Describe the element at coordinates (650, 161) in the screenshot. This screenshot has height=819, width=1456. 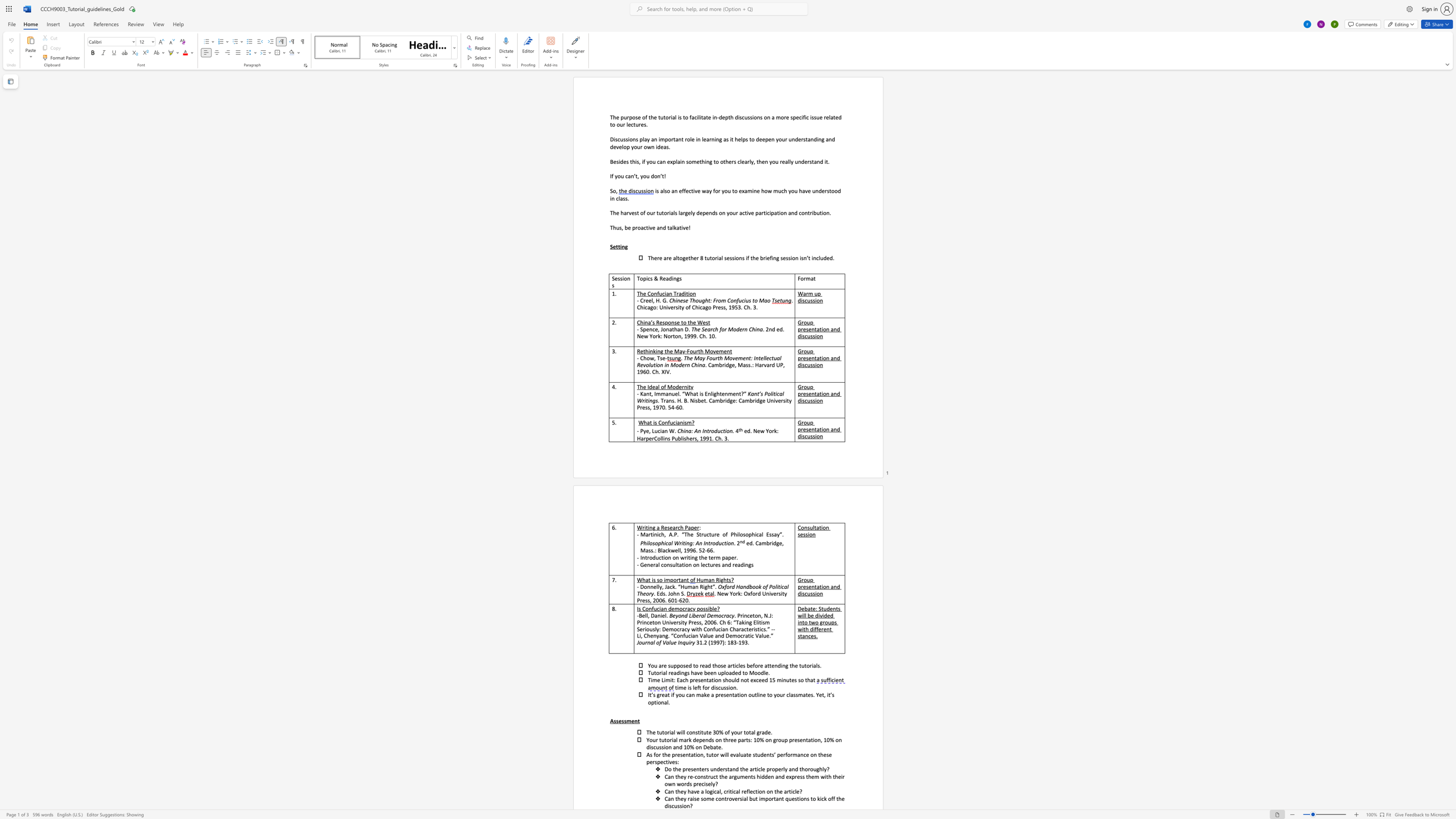
I see `the 1th character "o" in the text` at that location.